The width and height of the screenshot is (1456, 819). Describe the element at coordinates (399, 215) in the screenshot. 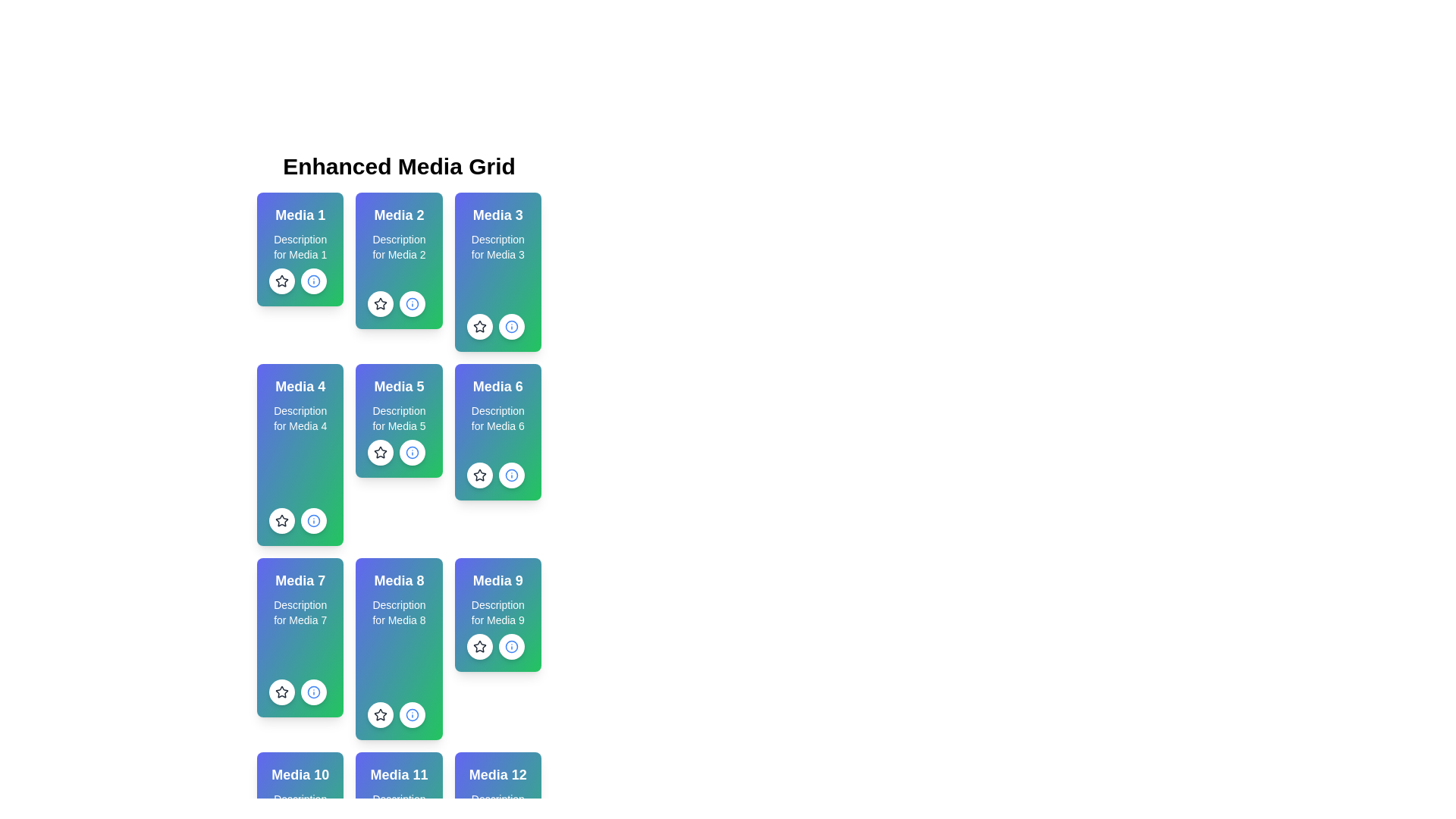

I see `the text label displaying 'Media 2' in bold, white font` at that location.